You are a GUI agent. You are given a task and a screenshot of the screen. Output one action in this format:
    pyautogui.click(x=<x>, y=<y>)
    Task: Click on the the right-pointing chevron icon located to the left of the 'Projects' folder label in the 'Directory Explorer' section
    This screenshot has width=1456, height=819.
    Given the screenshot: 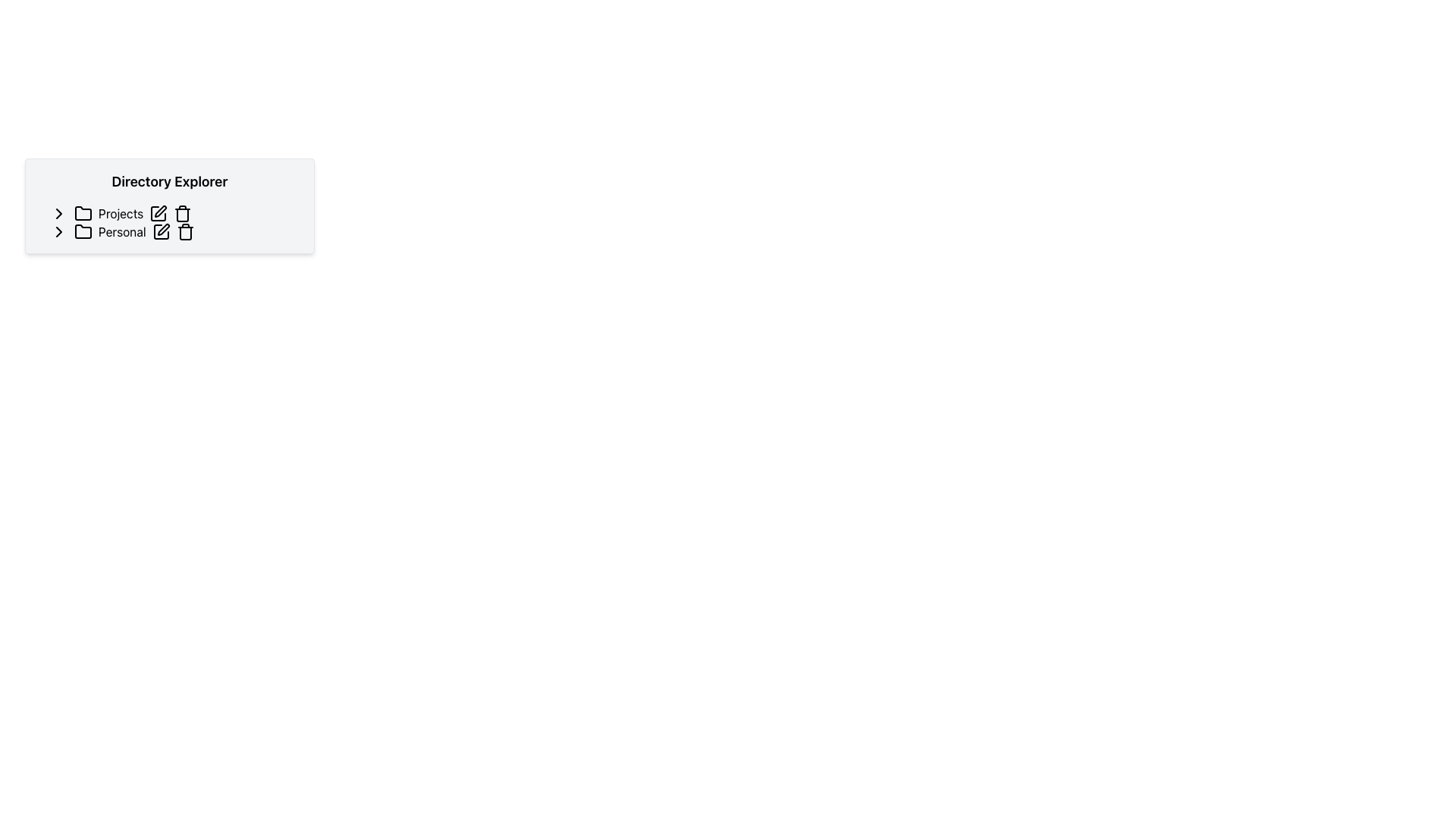 What is the action you would take?
    pyautogui.click(x=58, y=213)
    